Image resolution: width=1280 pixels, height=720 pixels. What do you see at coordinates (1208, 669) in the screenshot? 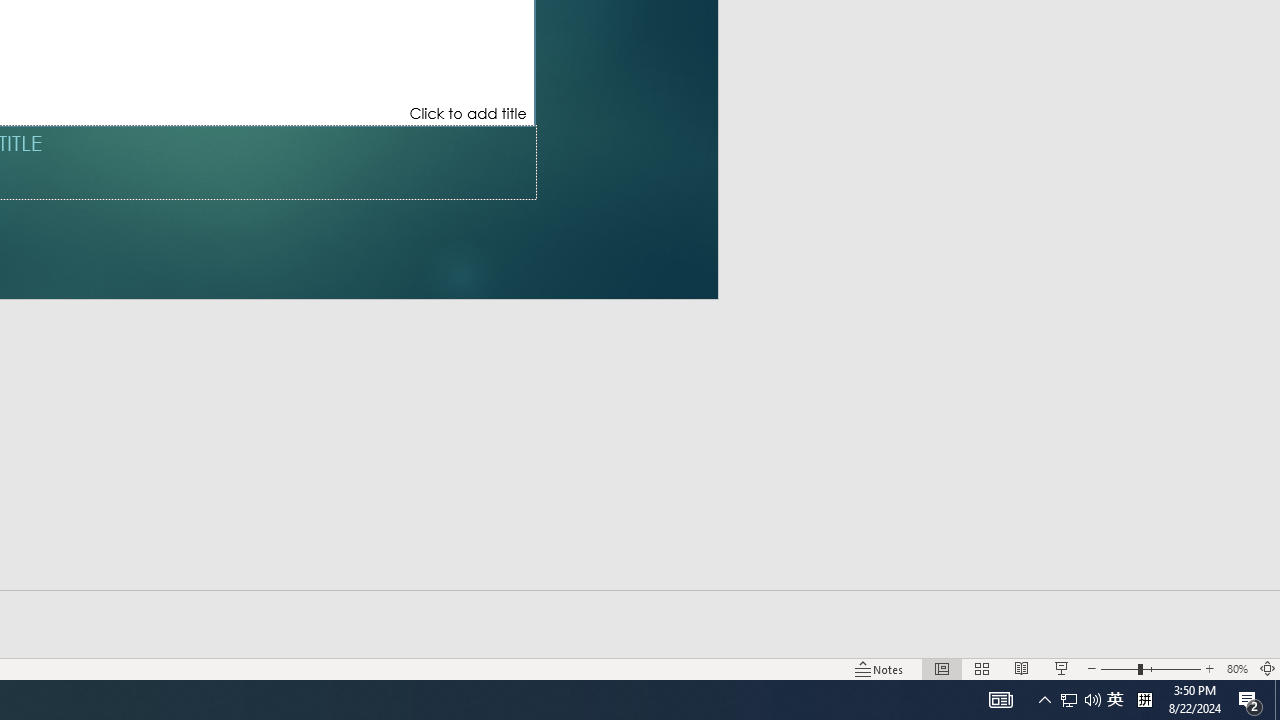
I see `'Zoom In'` at bounding box center [1208, 669].